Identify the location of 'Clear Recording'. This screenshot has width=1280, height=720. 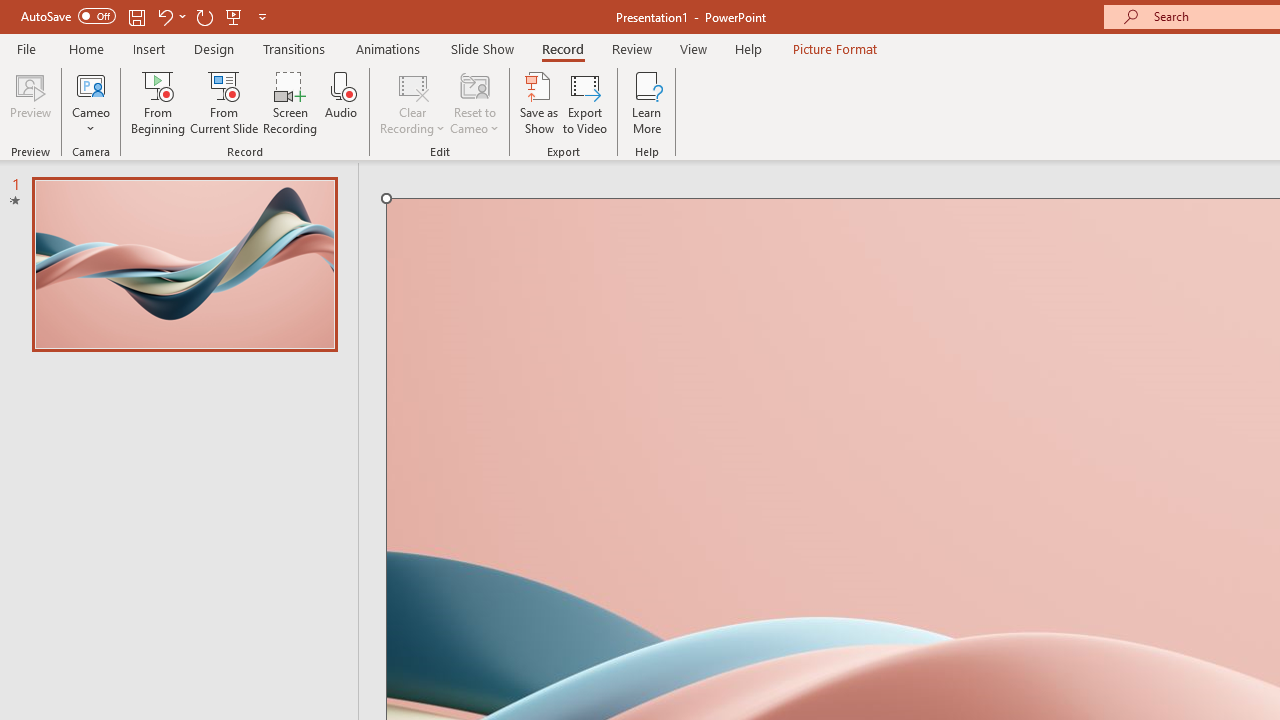
(411, 103).